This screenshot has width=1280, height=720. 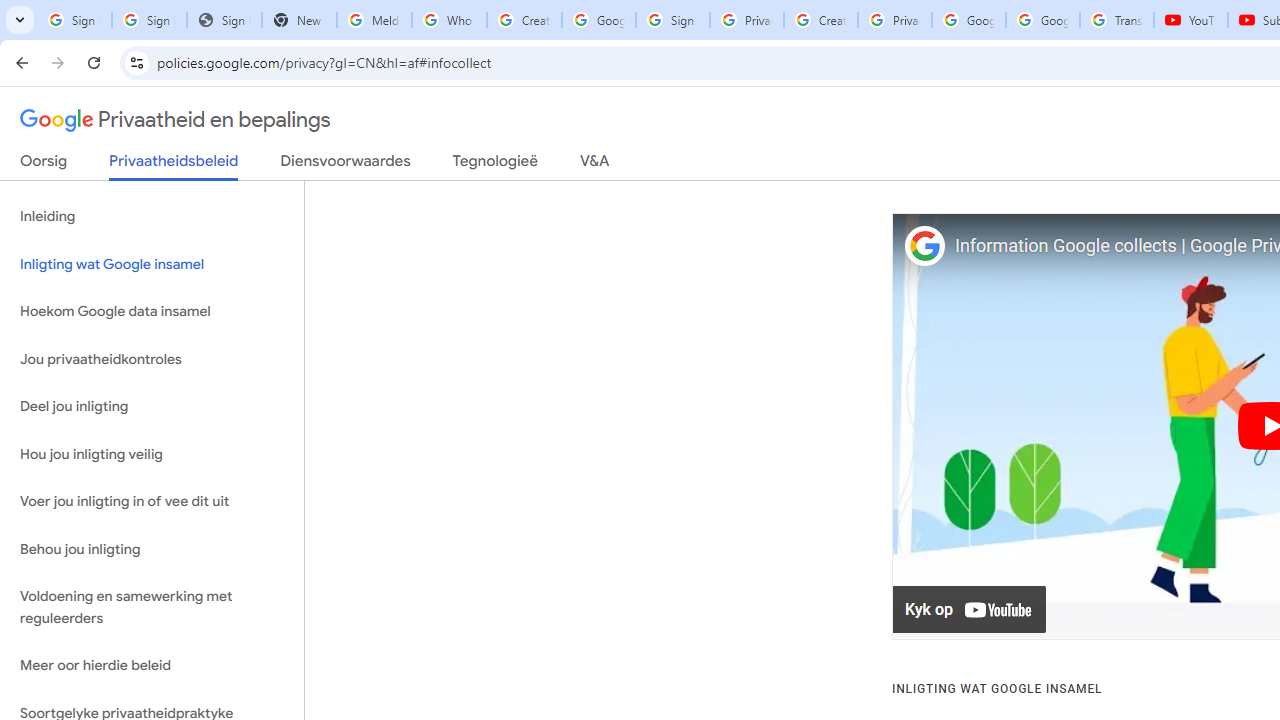 What do you see at coordinates (176, 120) in the screenshot?
I see `'Privaatheid en bepalings'` at bounding box center [176, 120].